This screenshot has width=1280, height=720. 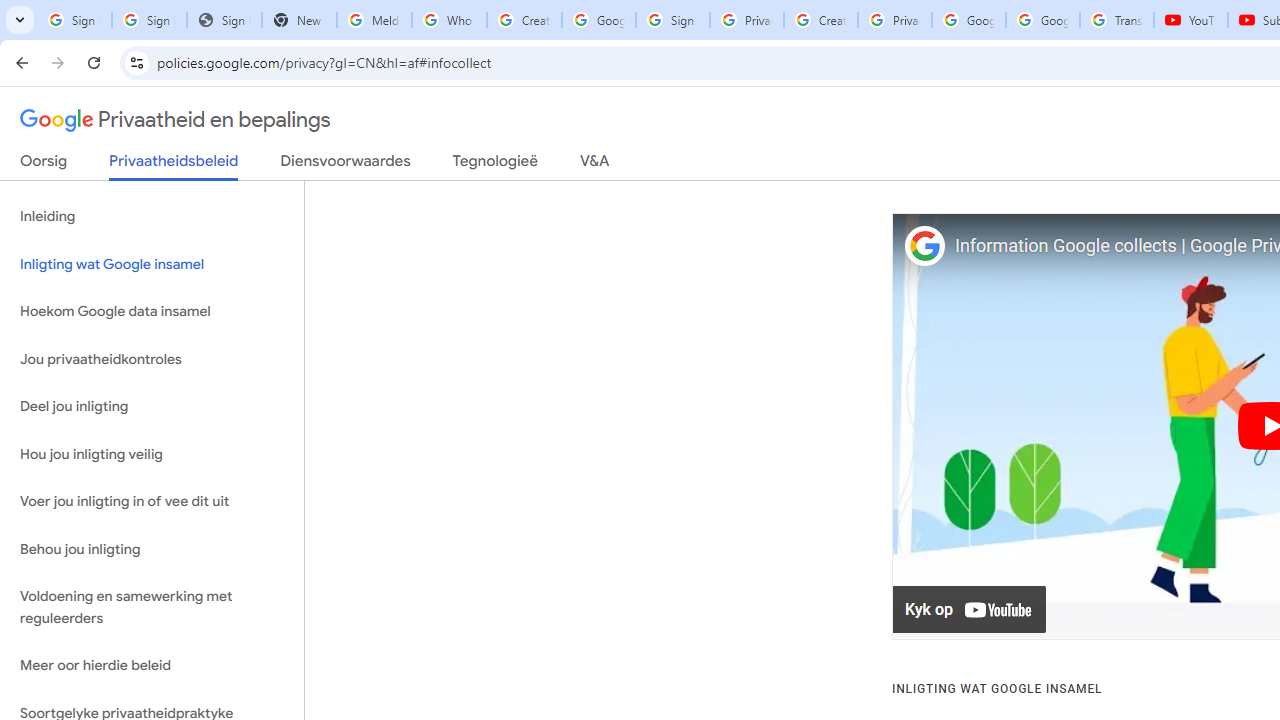 What do you see at coordinates (176, 120) in the screenshot?
I see `'Privaatheid en bepalings'` at bounding box center [176, 120].